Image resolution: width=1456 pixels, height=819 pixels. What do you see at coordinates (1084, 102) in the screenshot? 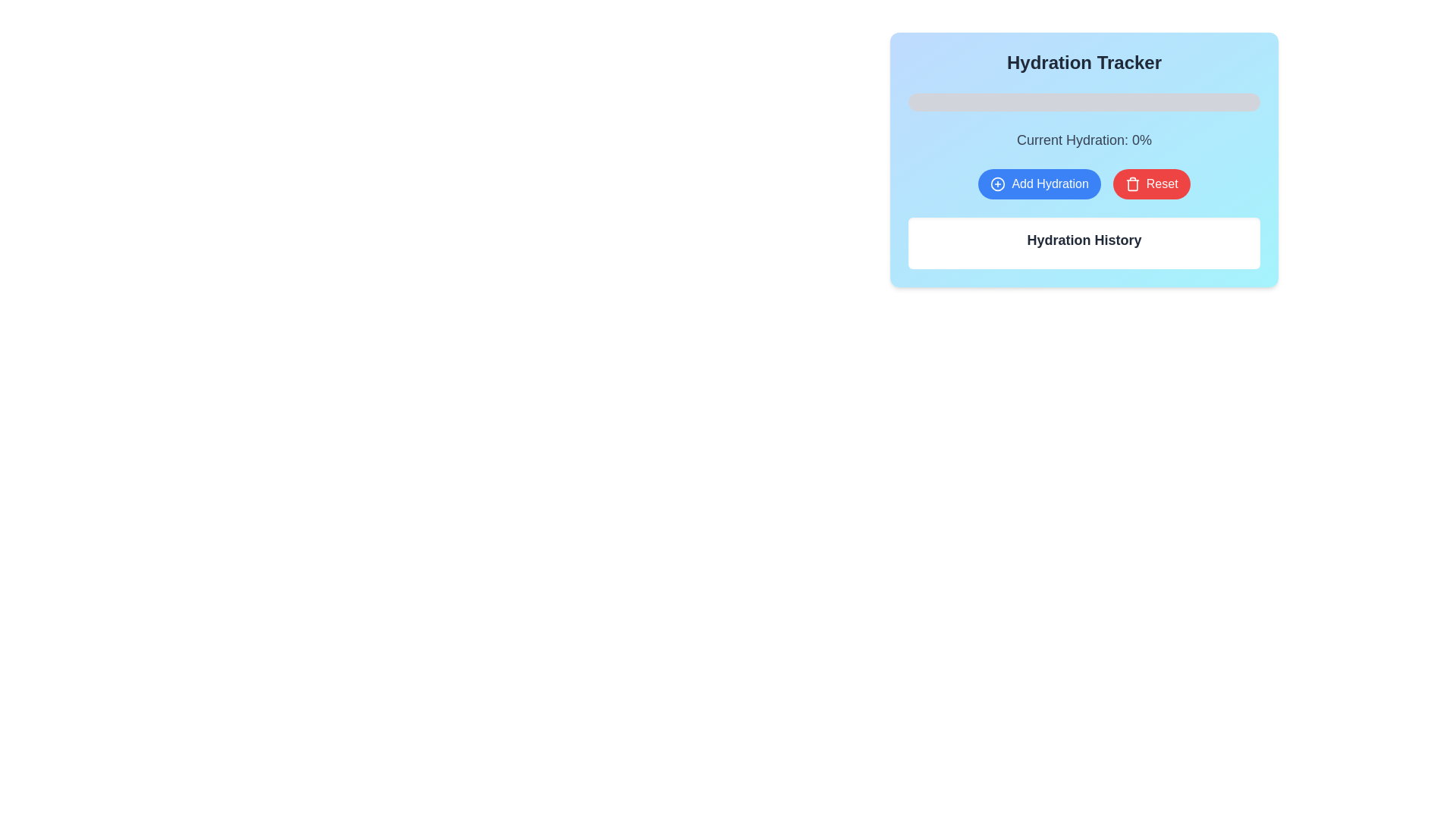
I see `the Progress bar that indicates hydration progress, currently showing 0% completion, located under the 'Hydration Tracker' title` at bounding box center [1084, 102].